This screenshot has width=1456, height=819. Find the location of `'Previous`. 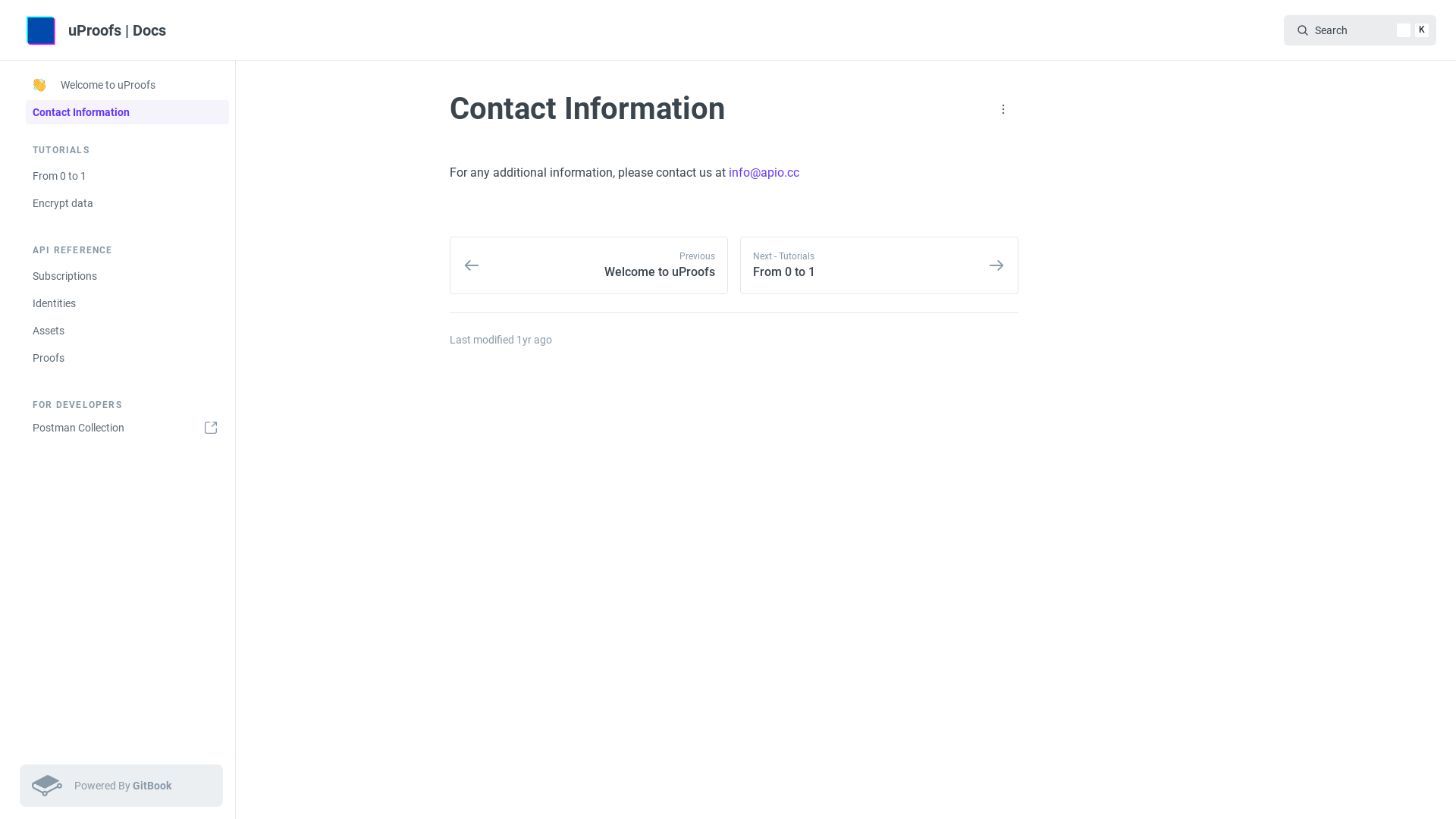

'Previous is located at coordinates (588, 265).